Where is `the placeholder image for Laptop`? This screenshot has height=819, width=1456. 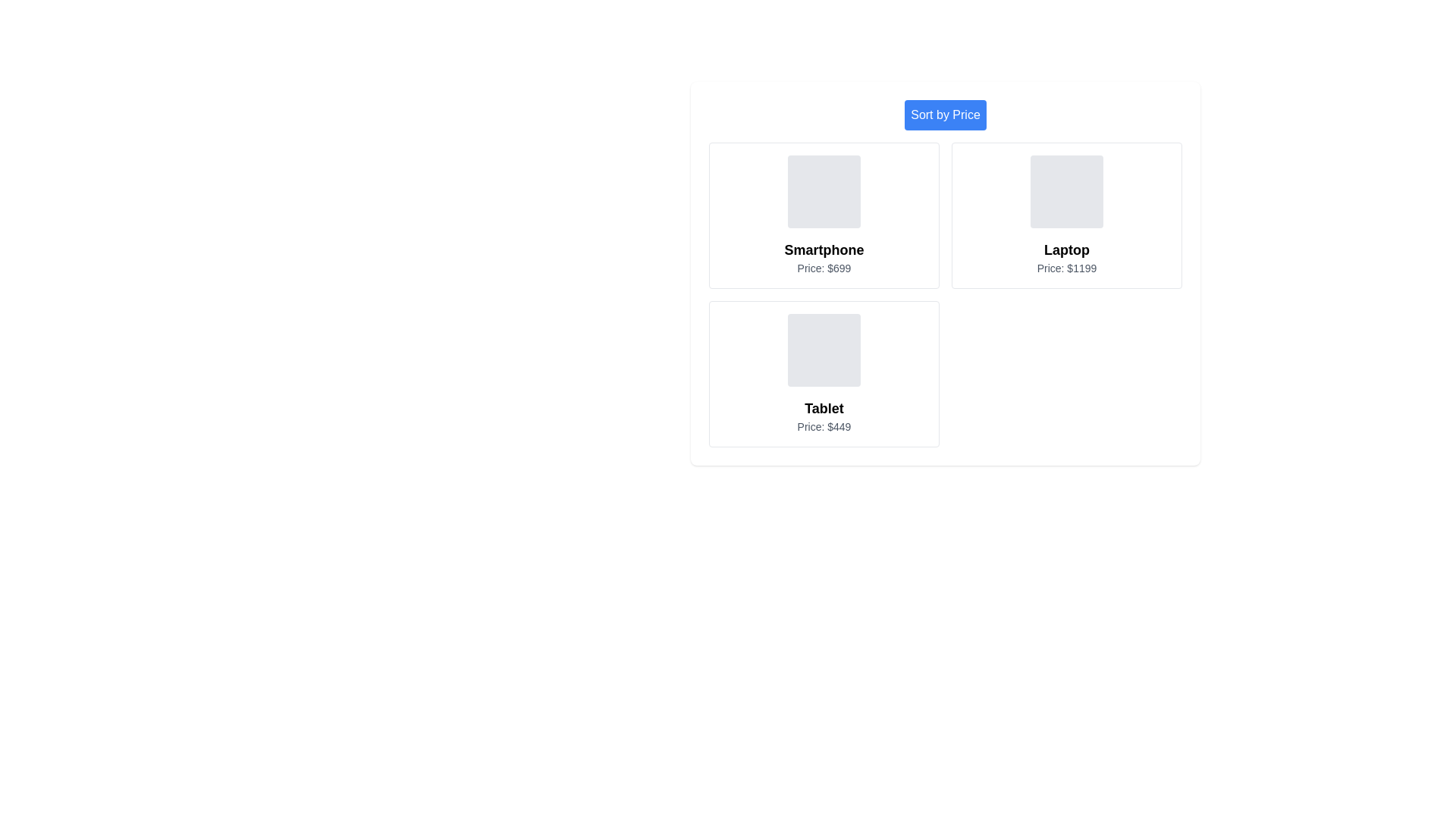
the placeholder image for Laptop is located at coordinates (1065, 191).